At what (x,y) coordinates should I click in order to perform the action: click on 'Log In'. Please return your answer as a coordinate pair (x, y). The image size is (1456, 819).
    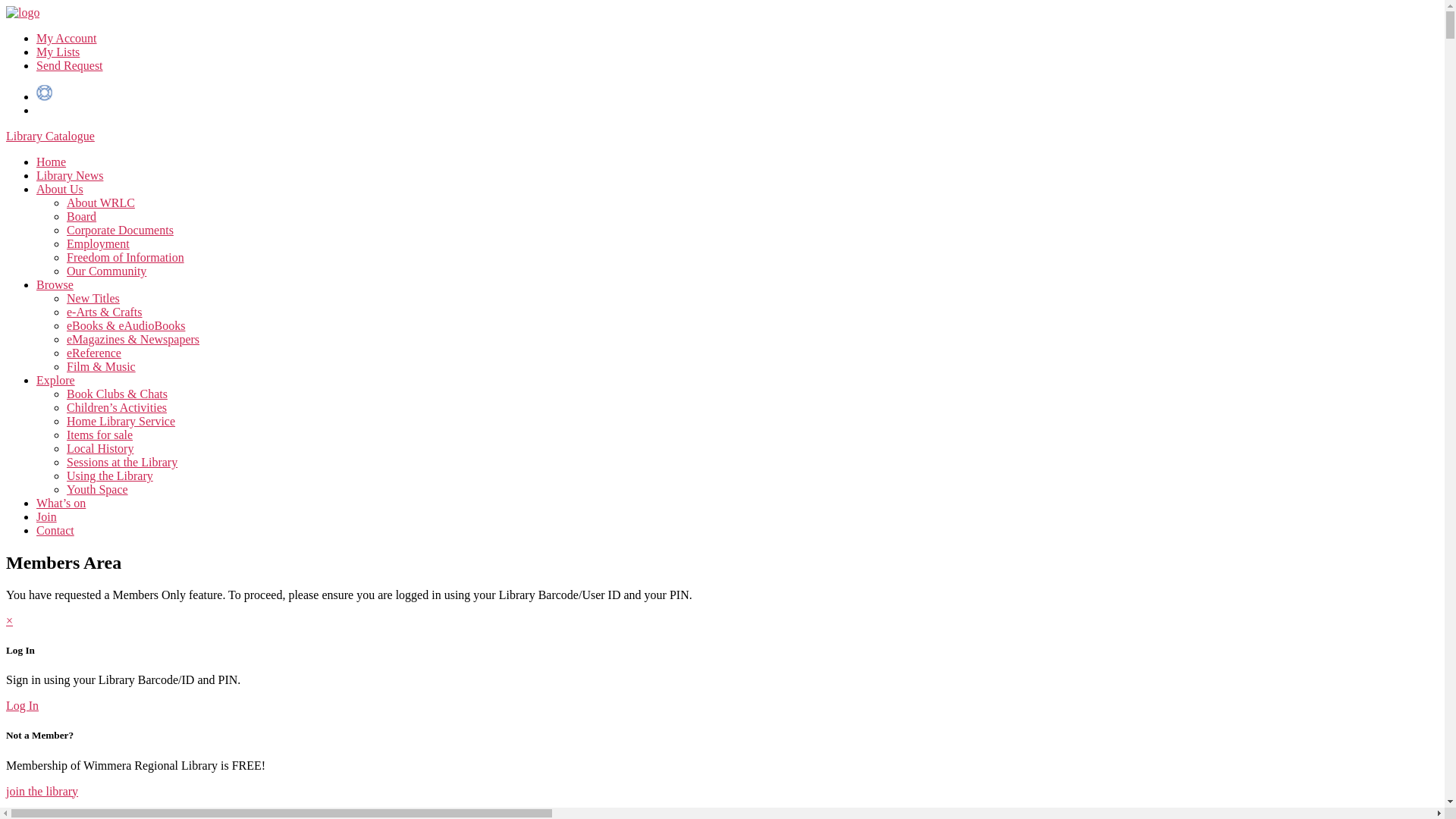
    Looking at the image, I should click on (22, 705).